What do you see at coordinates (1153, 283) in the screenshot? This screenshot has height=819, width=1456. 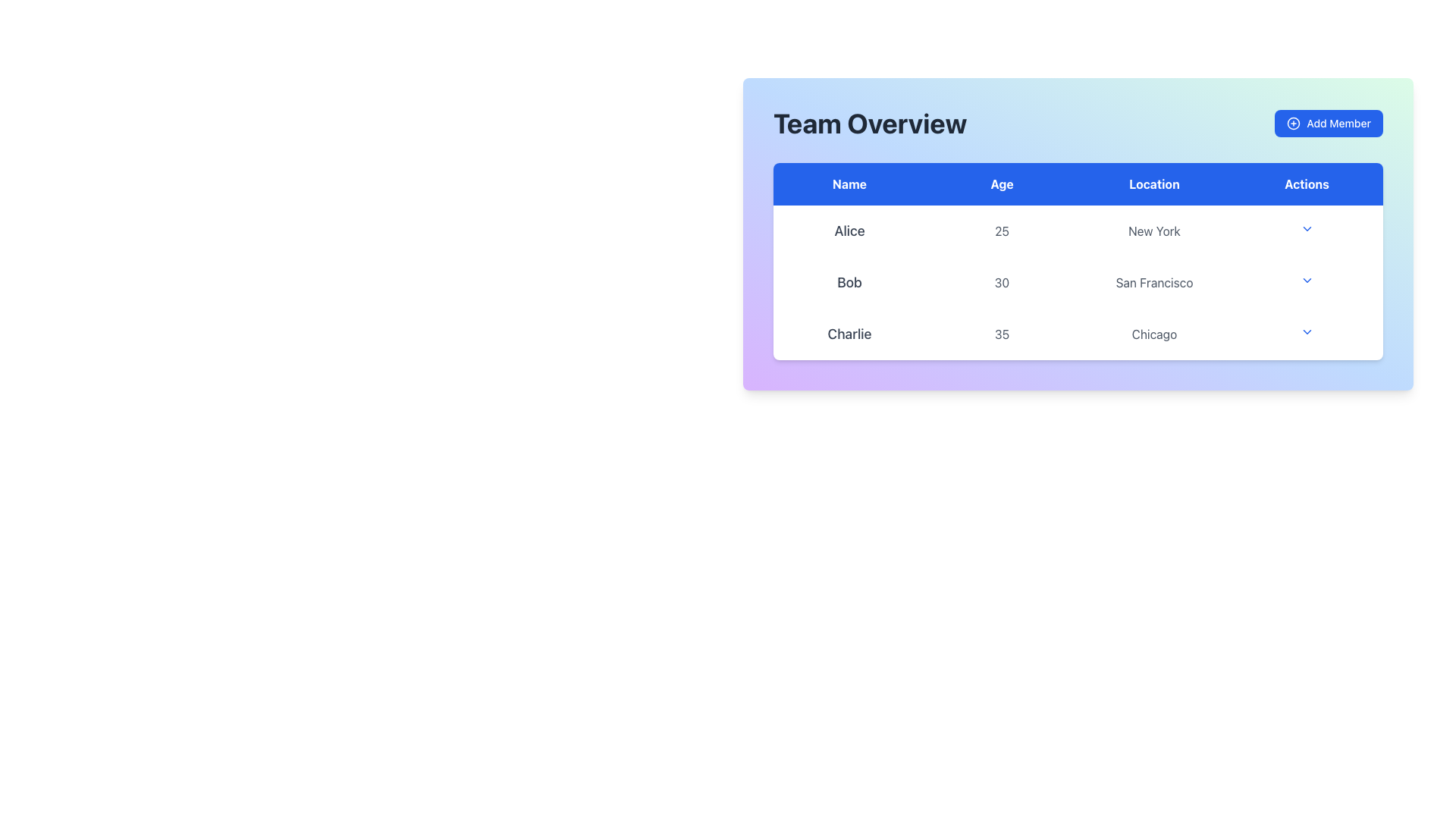 I see `the informational display showing the location associated with user 'Bob' in the 'Location' column of the team overview table` at bounding box center [1153, 283].